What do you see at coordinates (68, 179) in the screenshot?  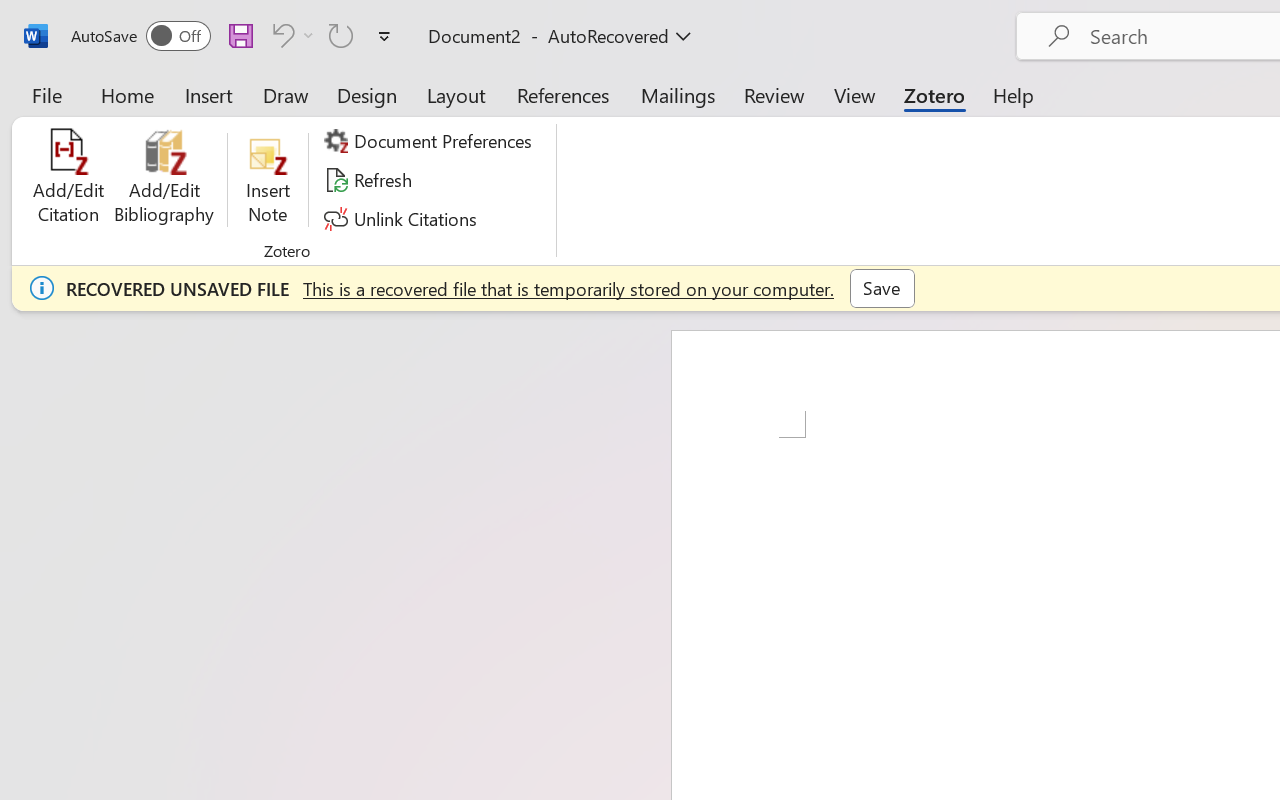 I see `'Add/Edit Citation'` at bounding box center [68, 179].